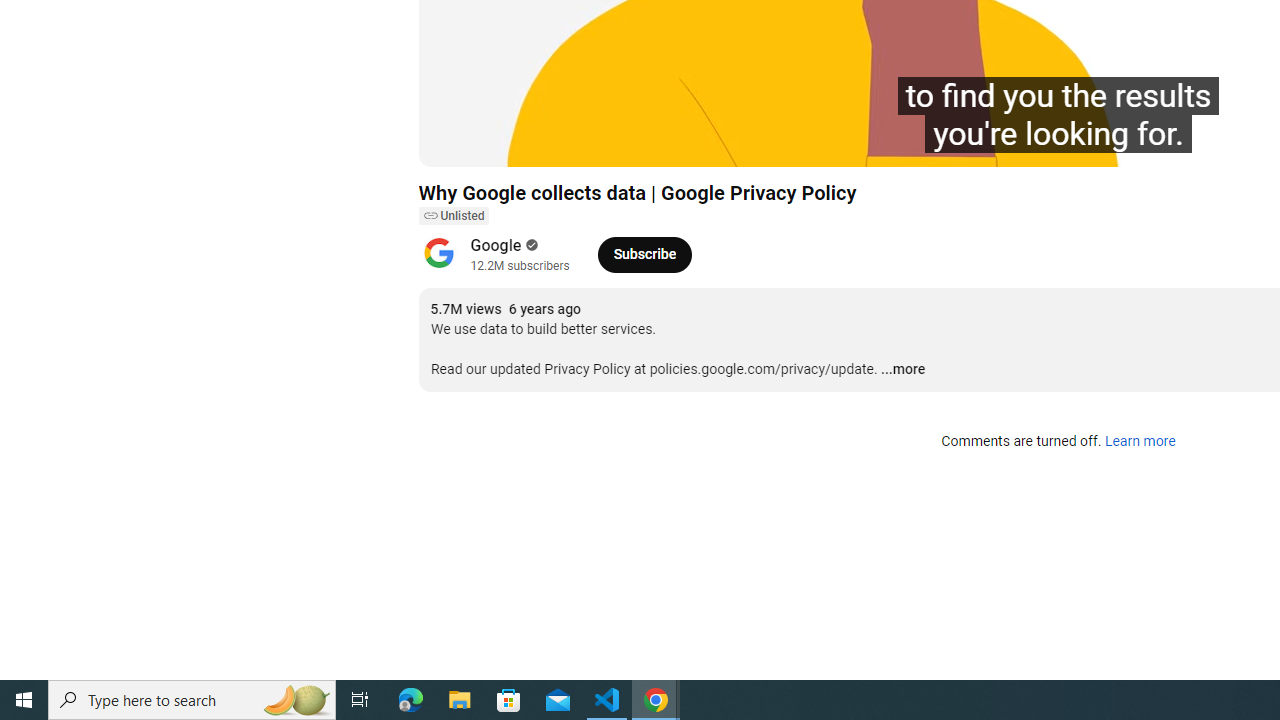 This screenshot has height=720, width=1280. What do you see at coordinates (902, 370) in the screenshot?
I see `'...more'` at bounding box center [902, 370].